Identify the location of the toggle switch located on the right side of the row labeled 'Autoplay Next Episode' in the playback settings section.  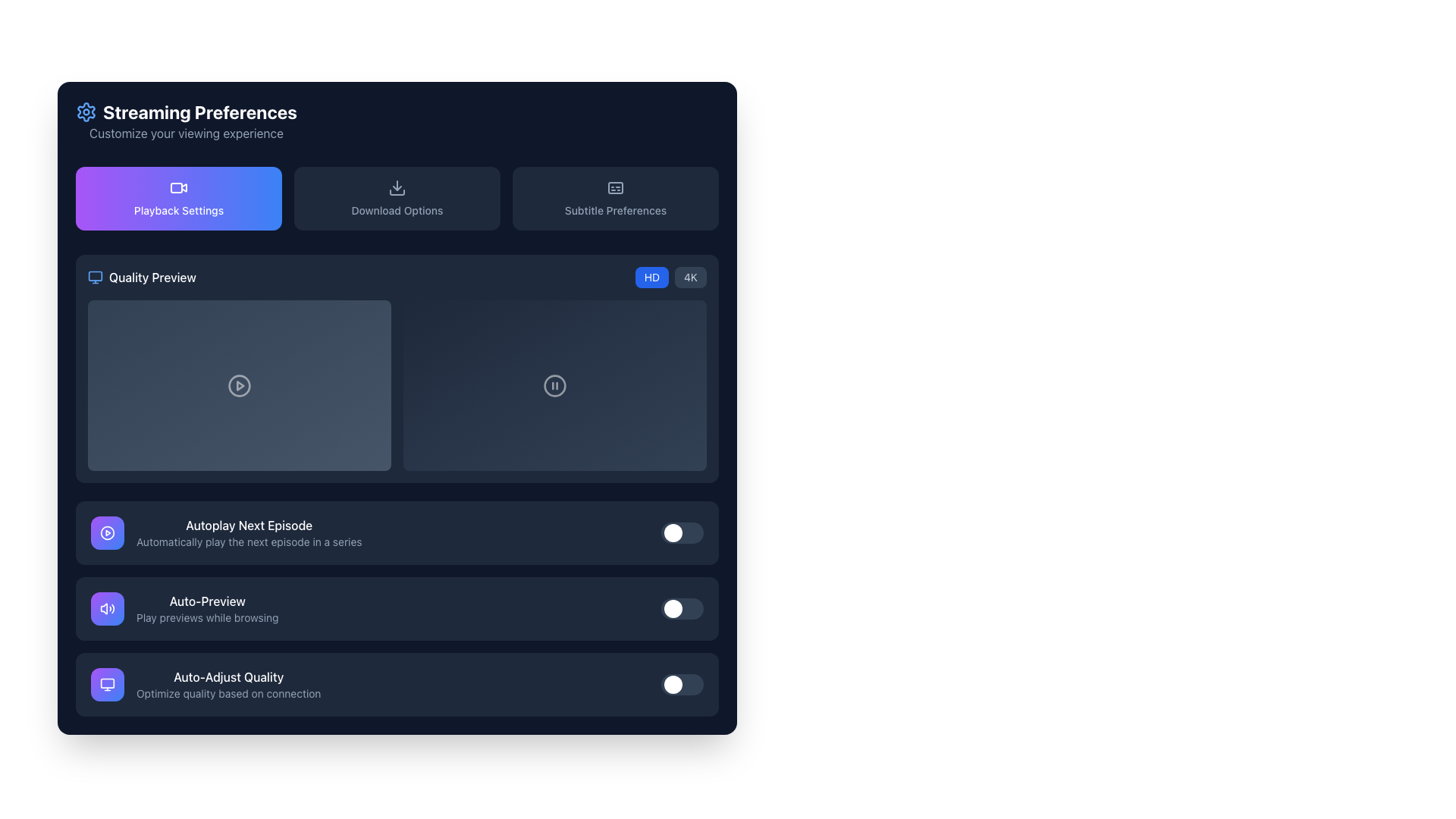
(682, 532).